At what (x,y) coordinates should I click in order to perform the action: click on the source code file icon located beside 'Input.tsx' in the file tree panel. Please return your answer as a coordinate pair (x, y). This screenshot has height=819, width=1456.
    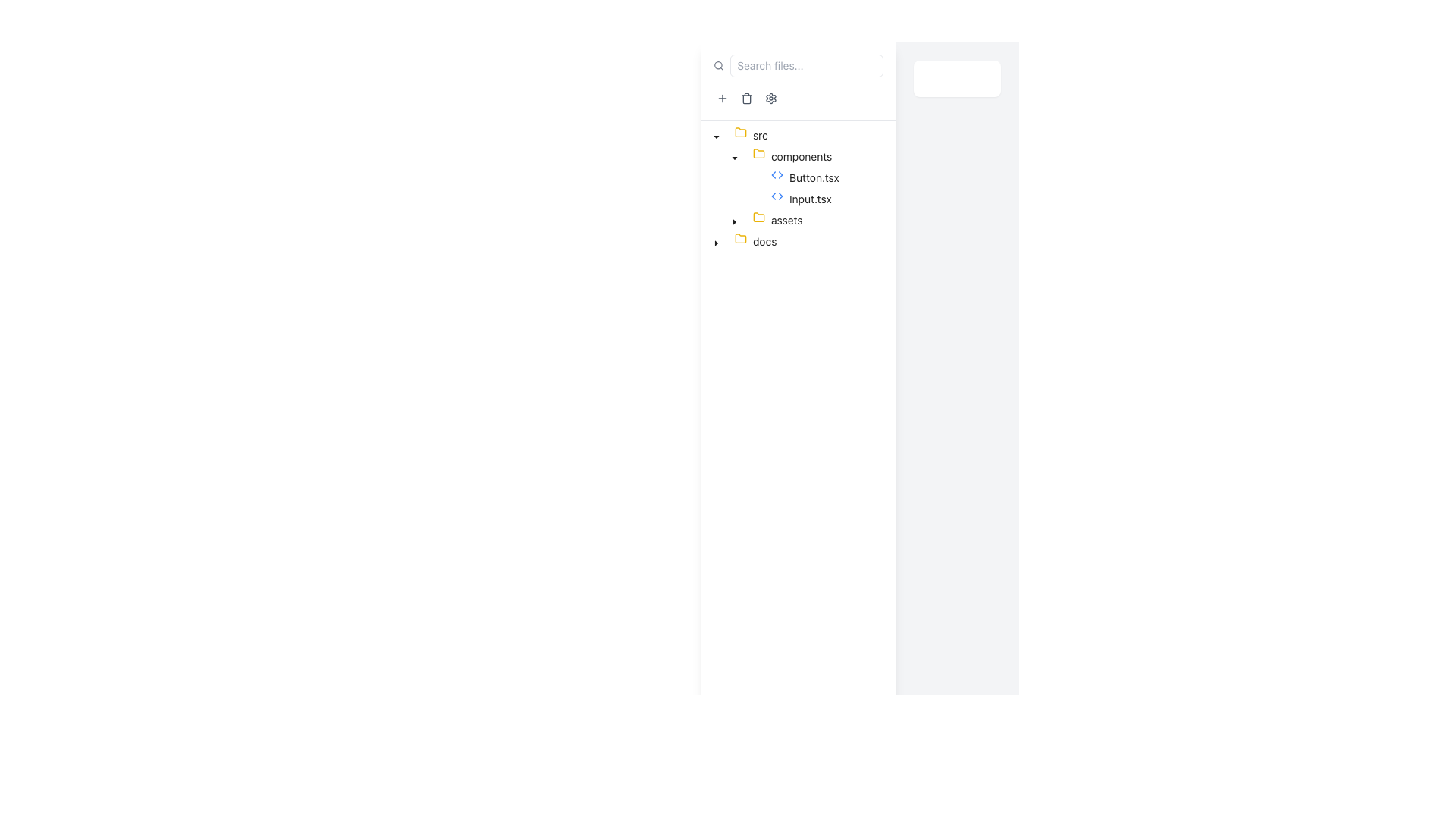
    Looking at the image, I should click on (777, 174).